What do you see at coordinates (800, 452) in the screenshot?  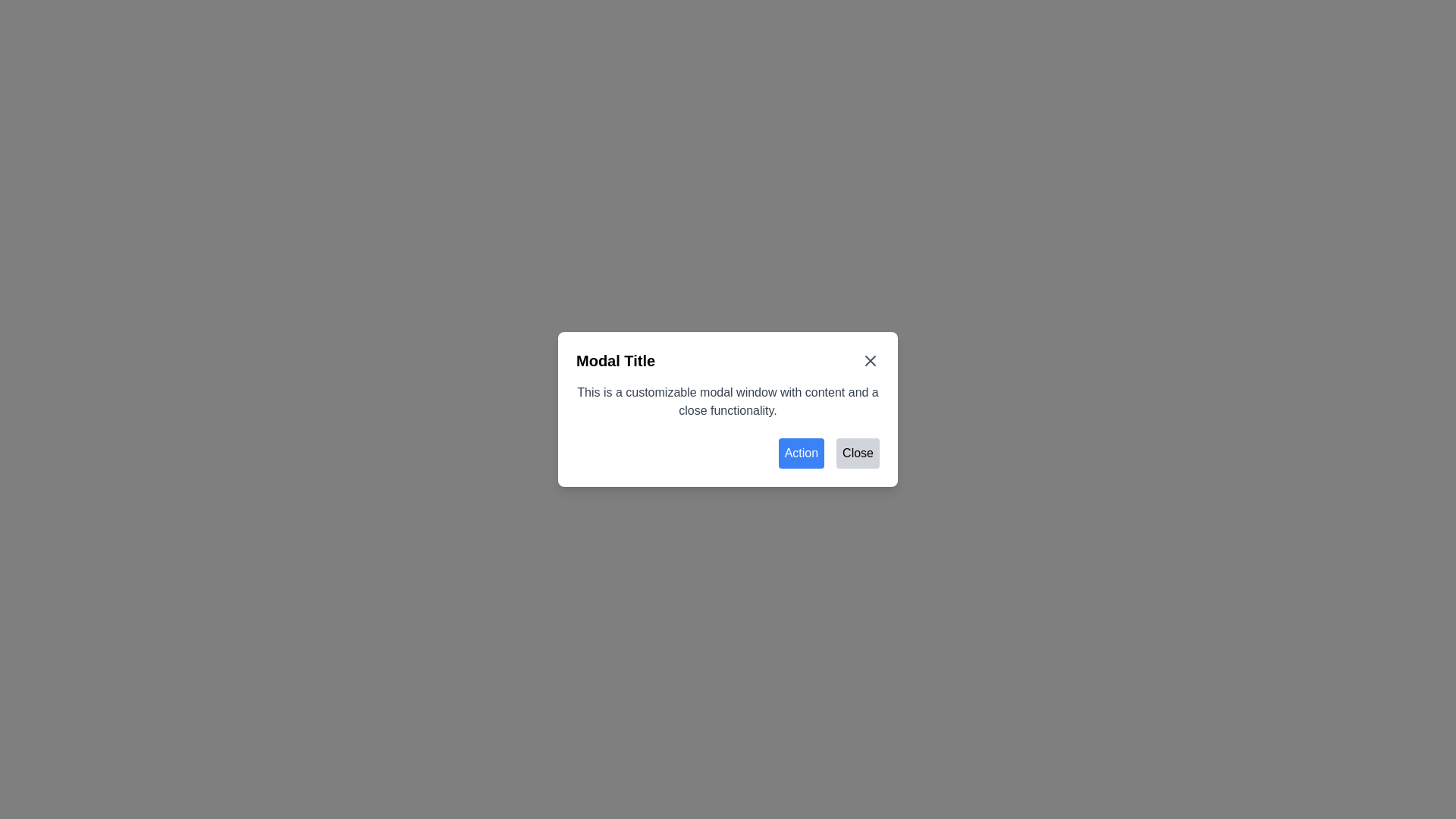 I see `the button located in the bottom-right section of the modal dialog` at bounding box center [800, 452].